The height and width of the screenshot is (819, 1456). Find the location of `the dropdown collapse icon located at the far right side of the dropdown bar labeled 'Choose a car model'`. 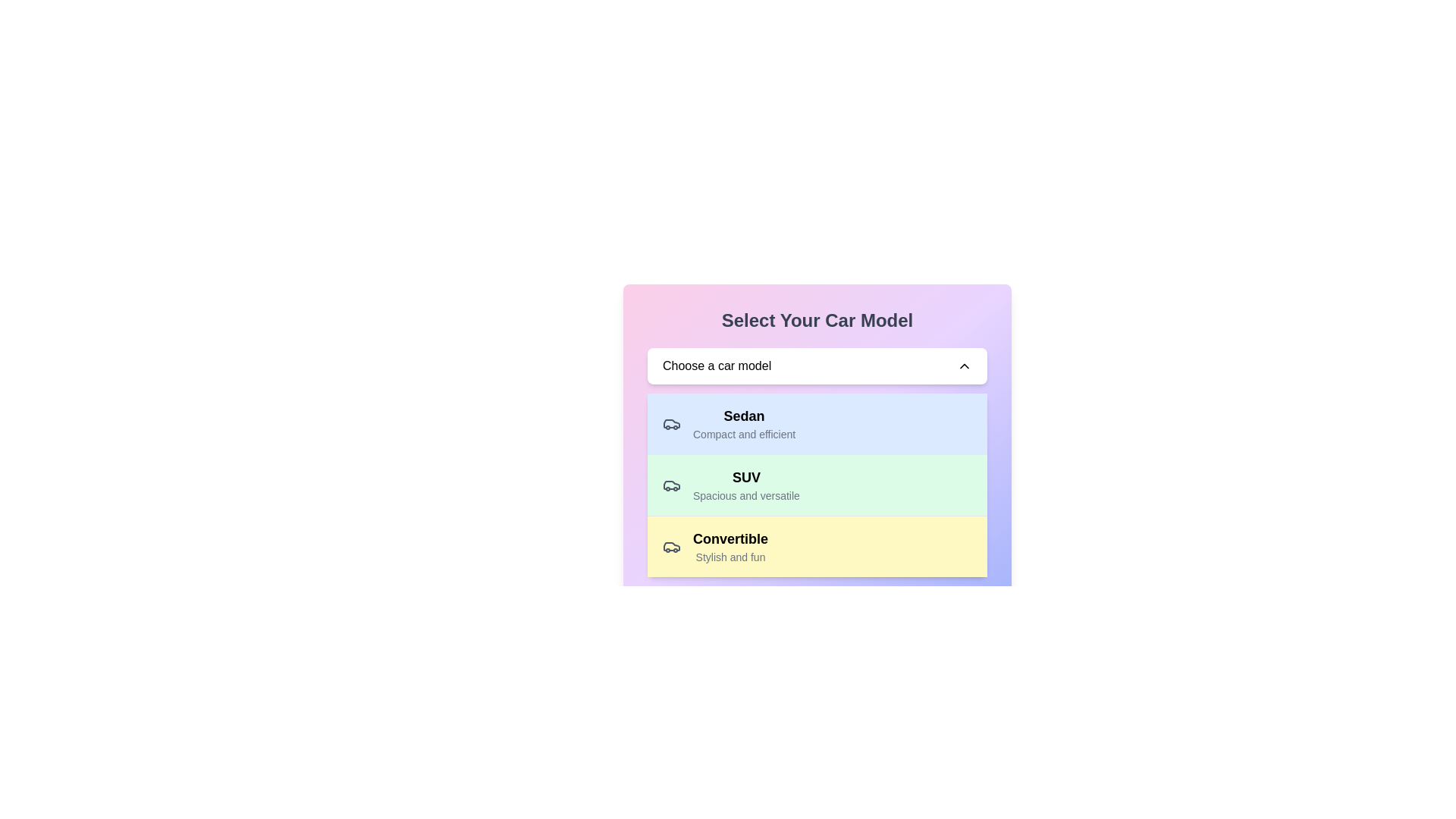

the dropdown collapse icon located at the far right side of the dropdown bar labeled 'Choose a car model' is located at coordinates (964, 366).